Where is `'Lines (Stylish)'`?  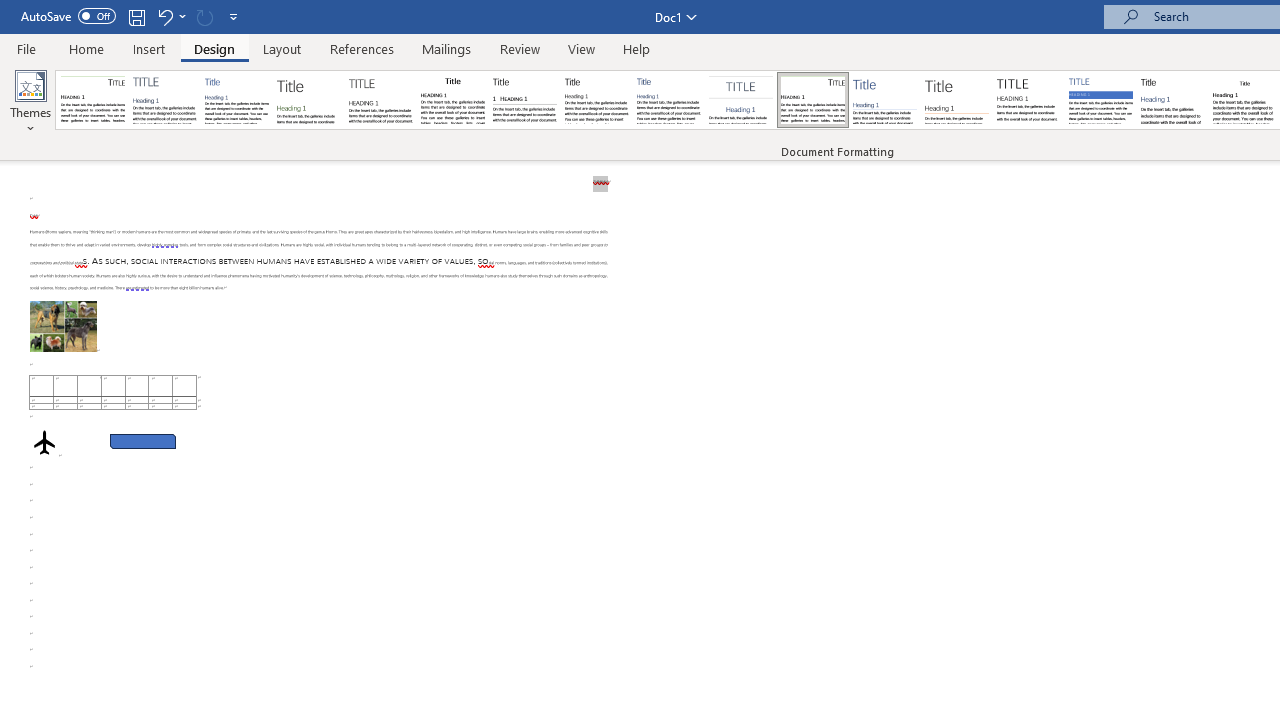
'Lines (Stylish)' is located at coordinates (956, 100).